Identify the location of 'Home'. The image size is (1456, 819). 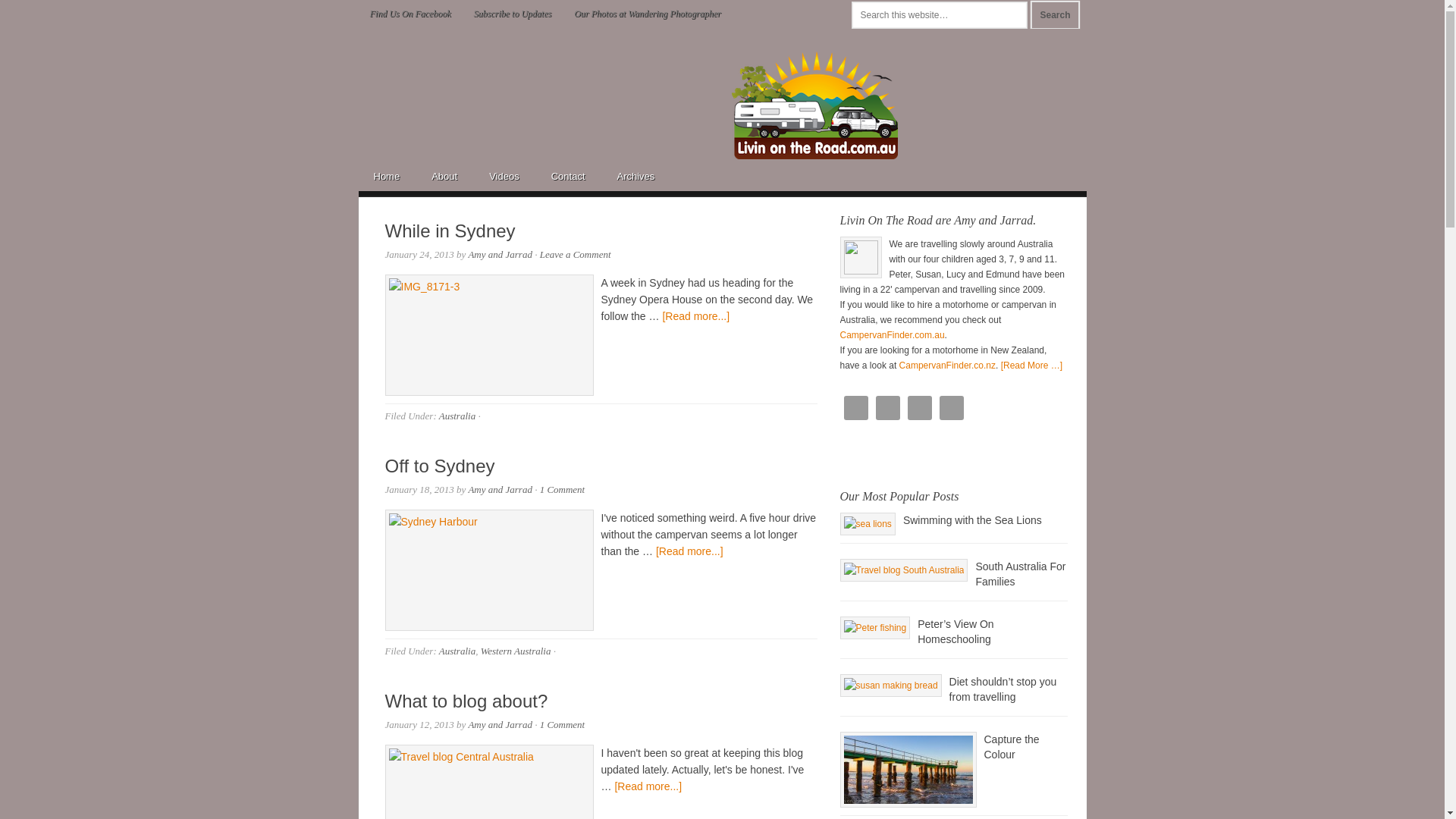
(356, 174).